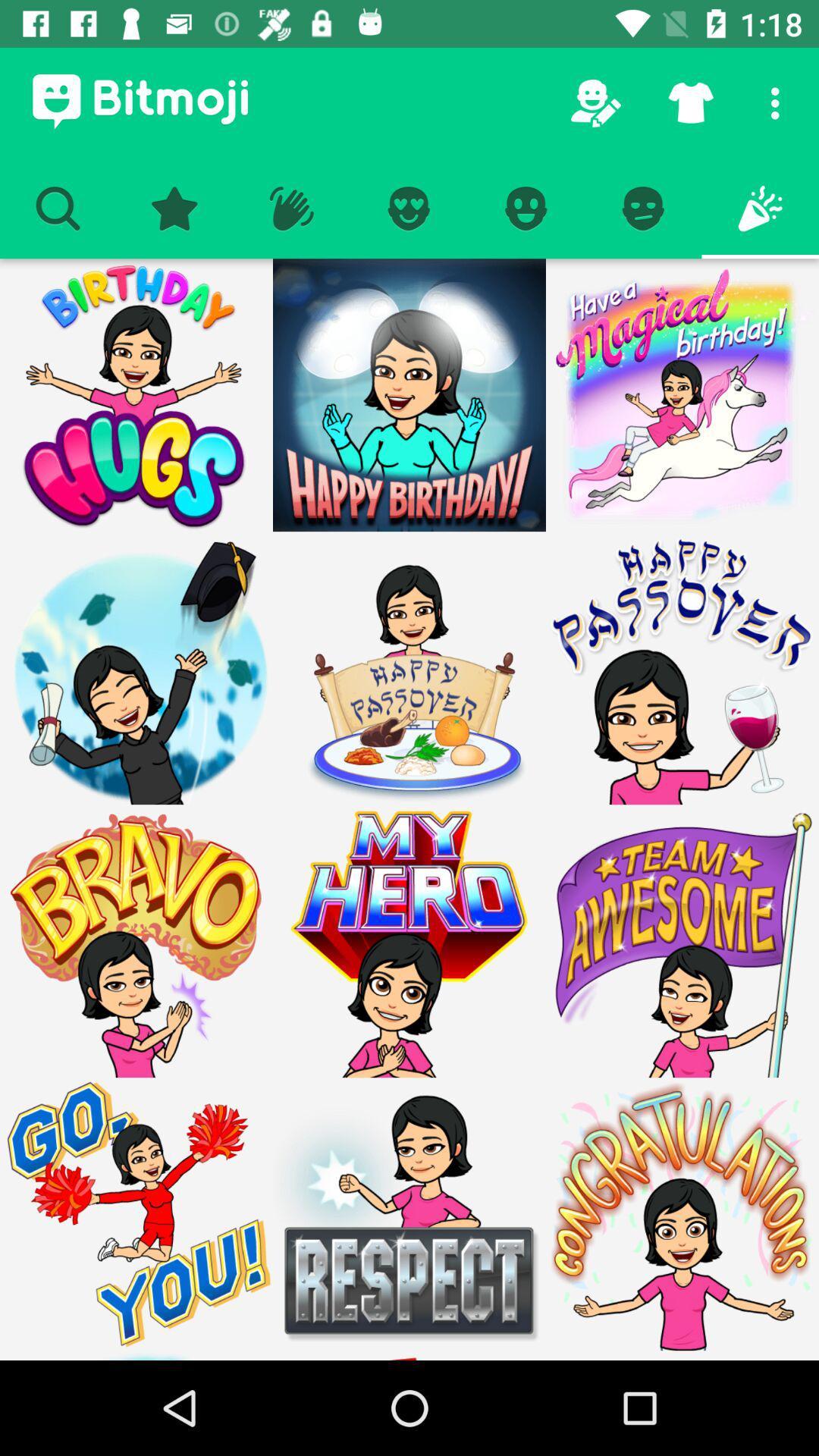  I want to click on cheerleader emoji, so click(136, 1214).